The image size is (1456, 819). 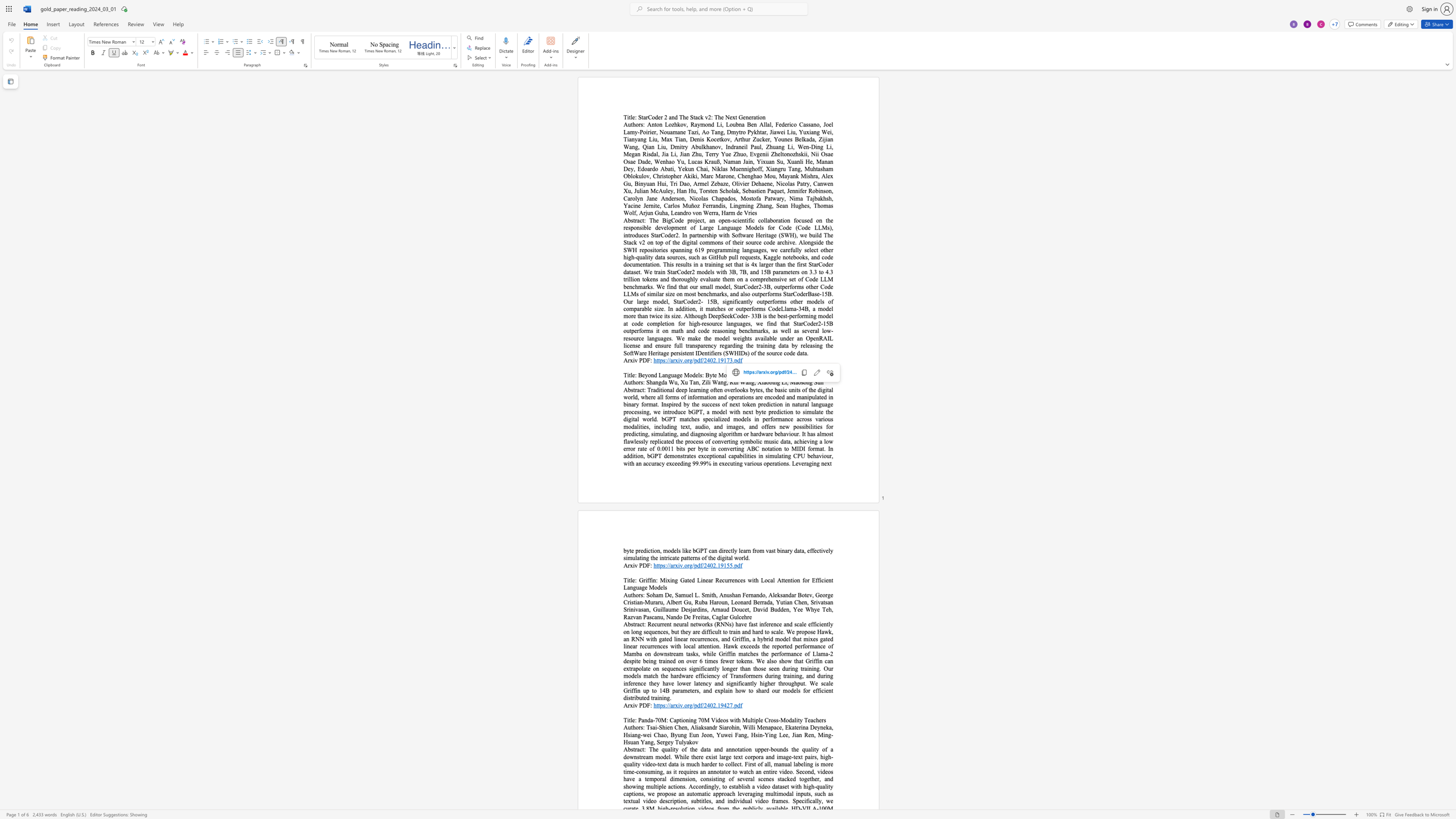 I want to click on the space between the continuous character "W" and "a" in the text, so click(x=717, y=382).